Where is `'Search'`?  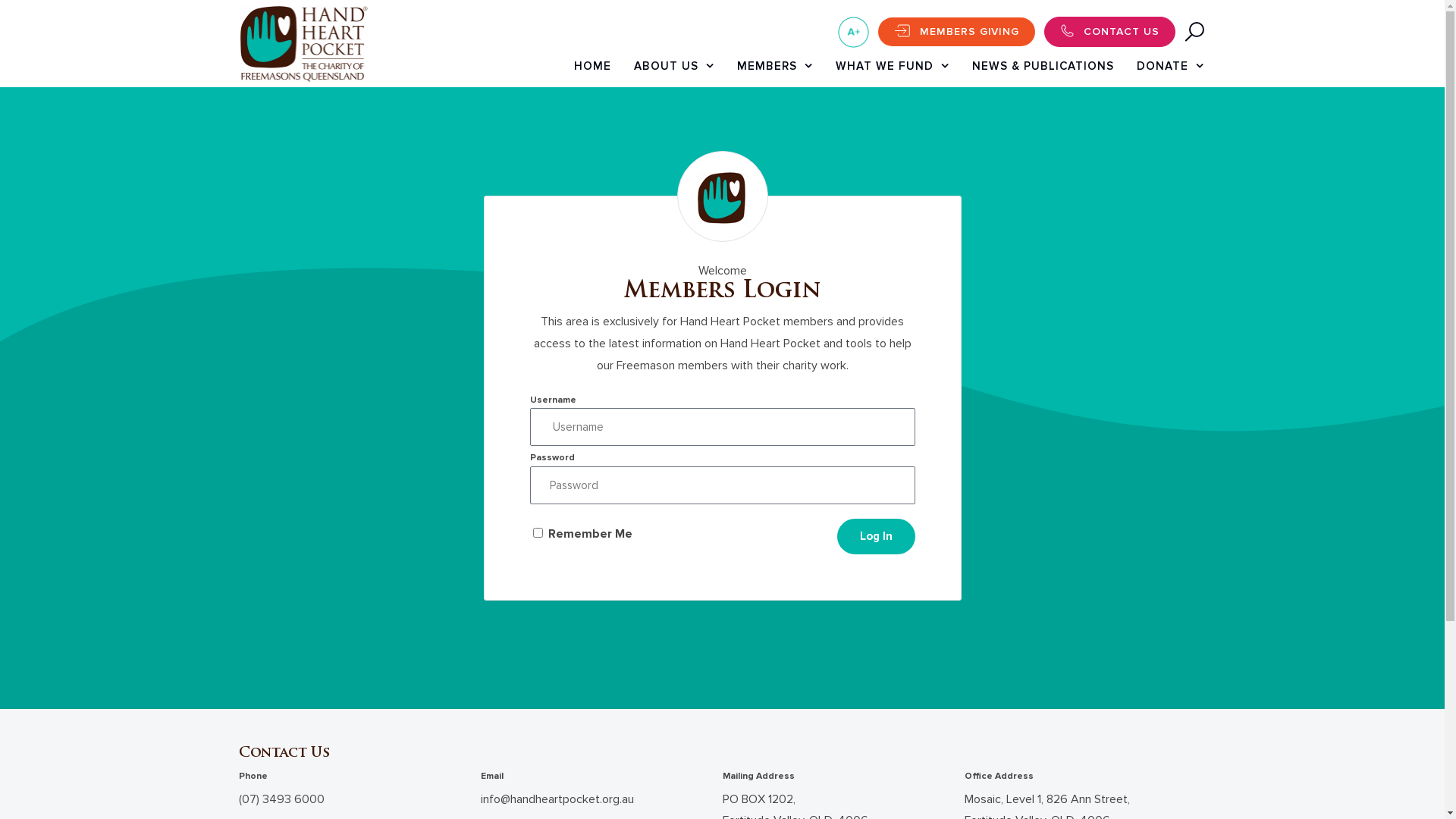
'Search' is located at coordinates (1143, 40).